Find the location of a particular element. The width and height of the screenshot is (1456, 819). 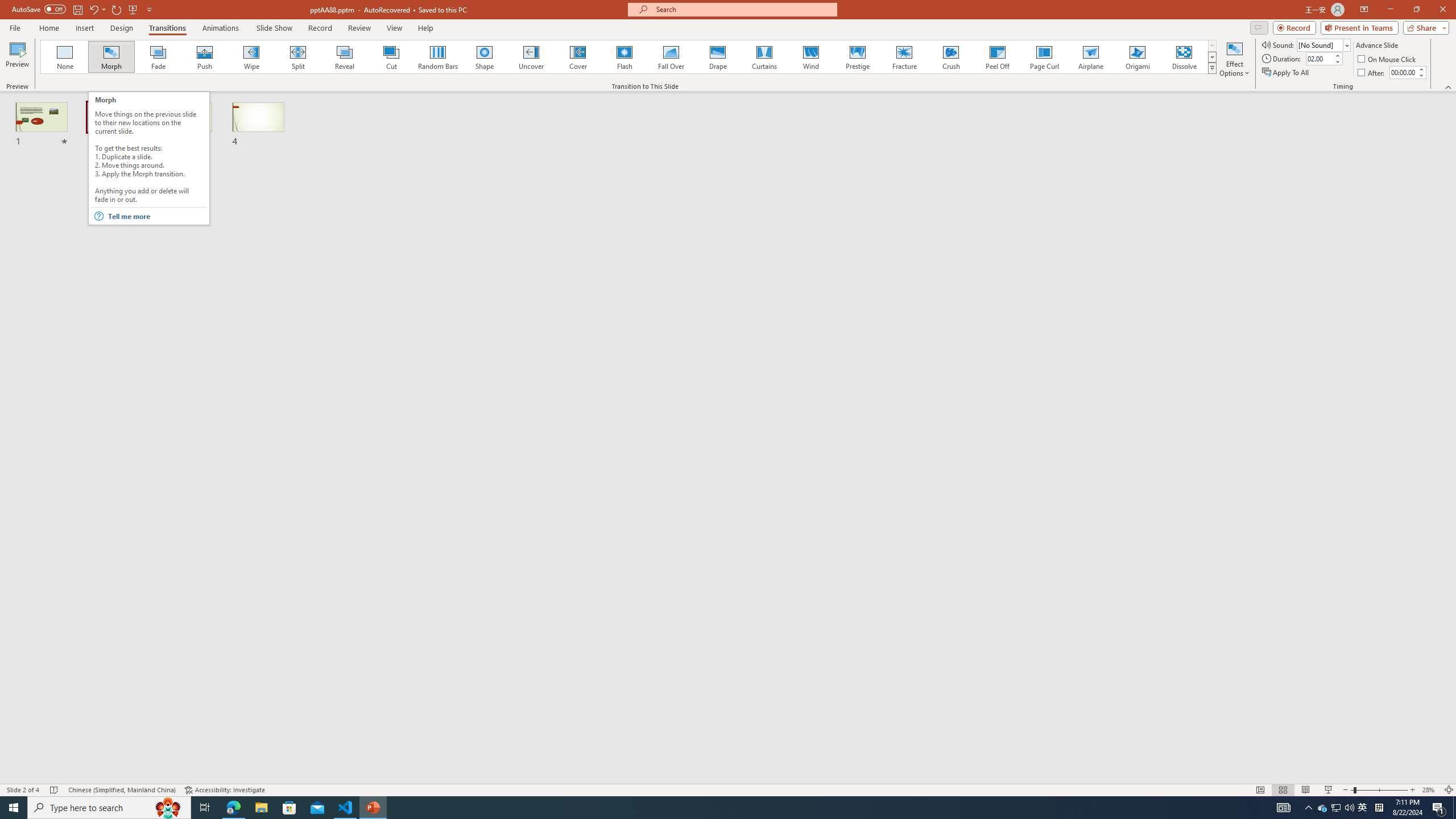

'Morph' is located at coordinates (111, 56).